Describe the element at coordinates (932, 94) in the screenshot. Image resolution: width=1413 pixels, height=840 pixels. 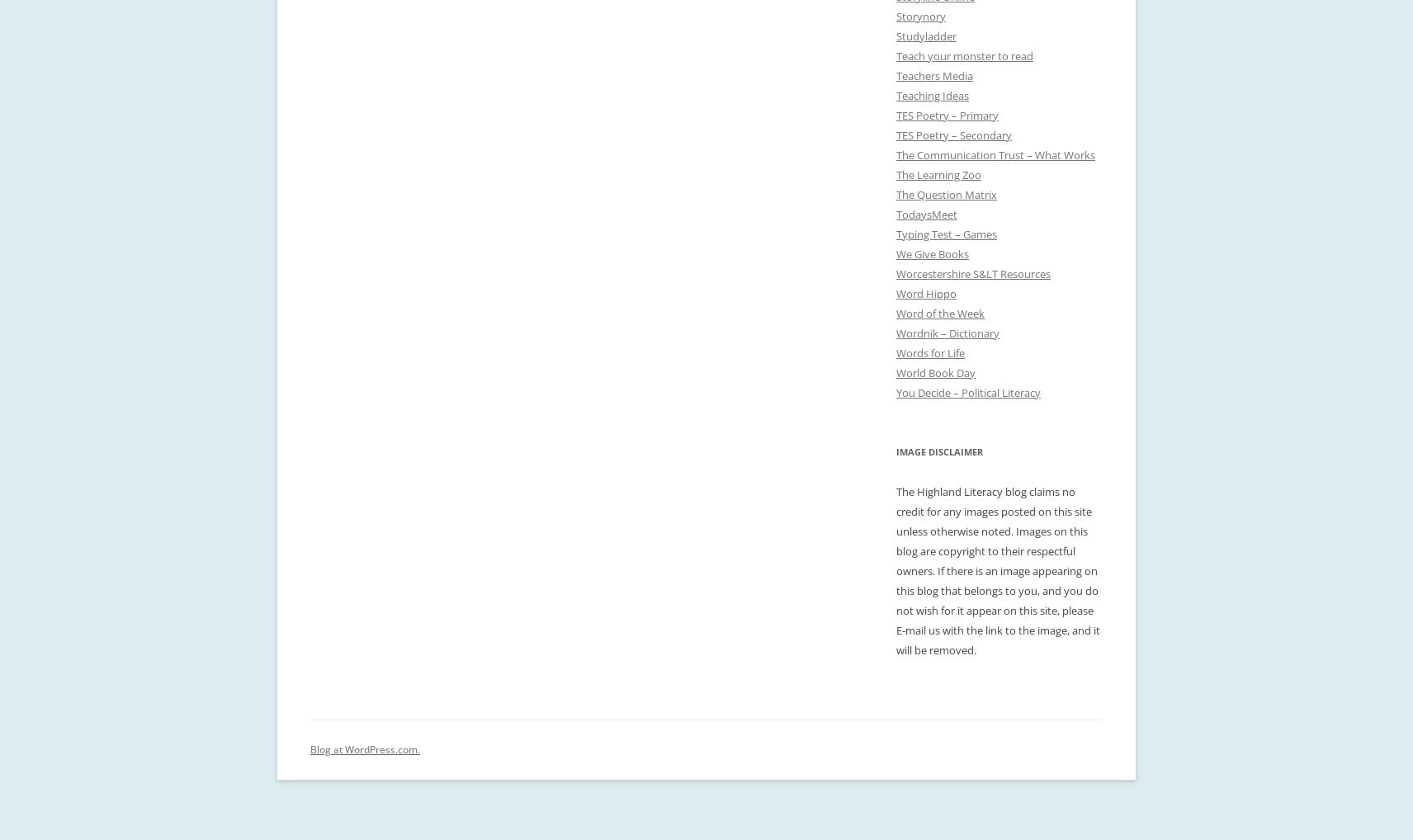
I see `'Teaching Ideas'` at that location.